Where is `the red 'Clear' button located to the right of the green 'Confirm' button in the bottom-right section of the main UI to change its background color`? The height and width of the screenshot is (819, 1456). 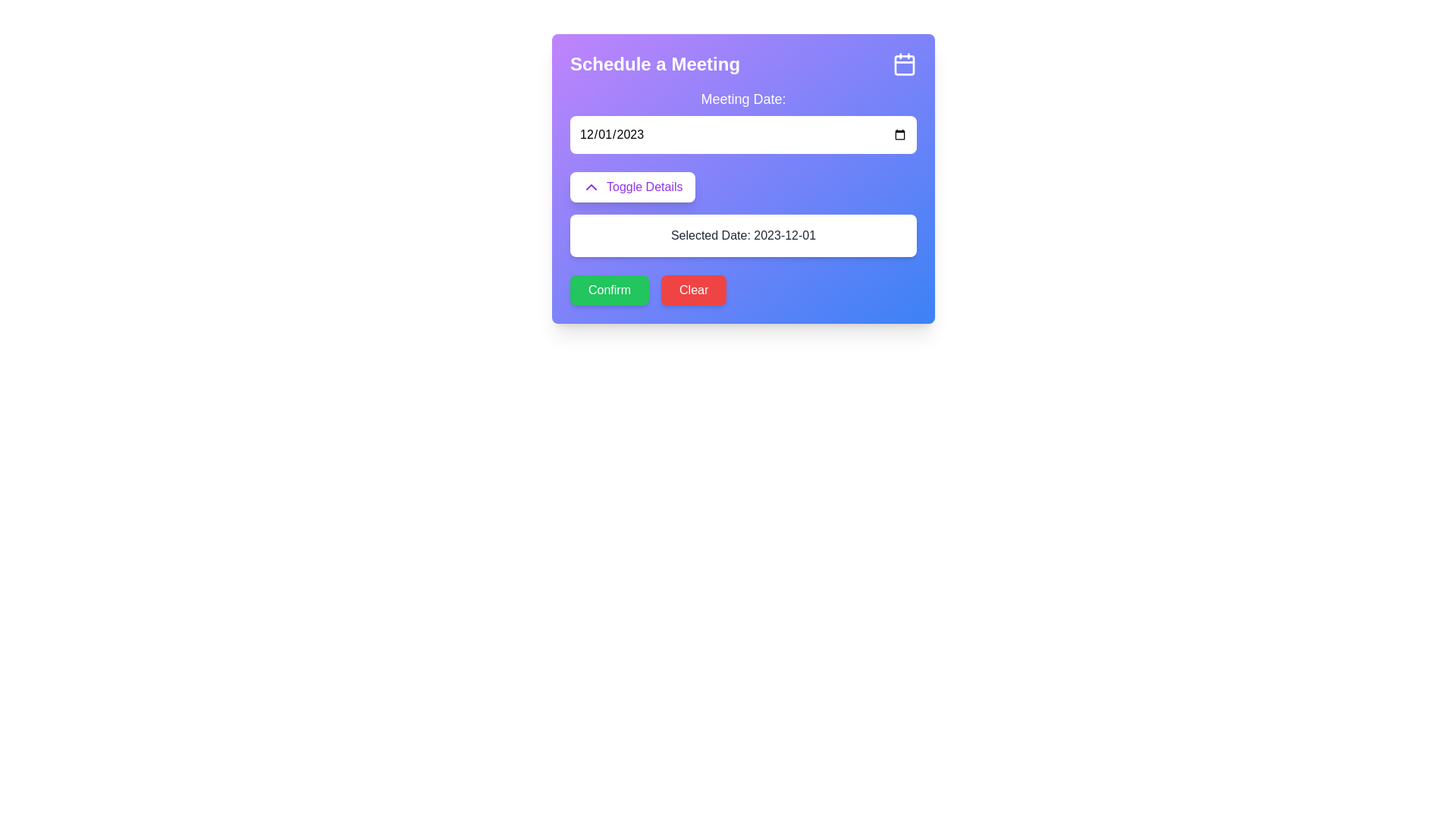 the red 'Clear' button located to the right of the green 'Confirm' button in the bottom-right section of the main UI to change its background color is located at coordinates (693, 290).